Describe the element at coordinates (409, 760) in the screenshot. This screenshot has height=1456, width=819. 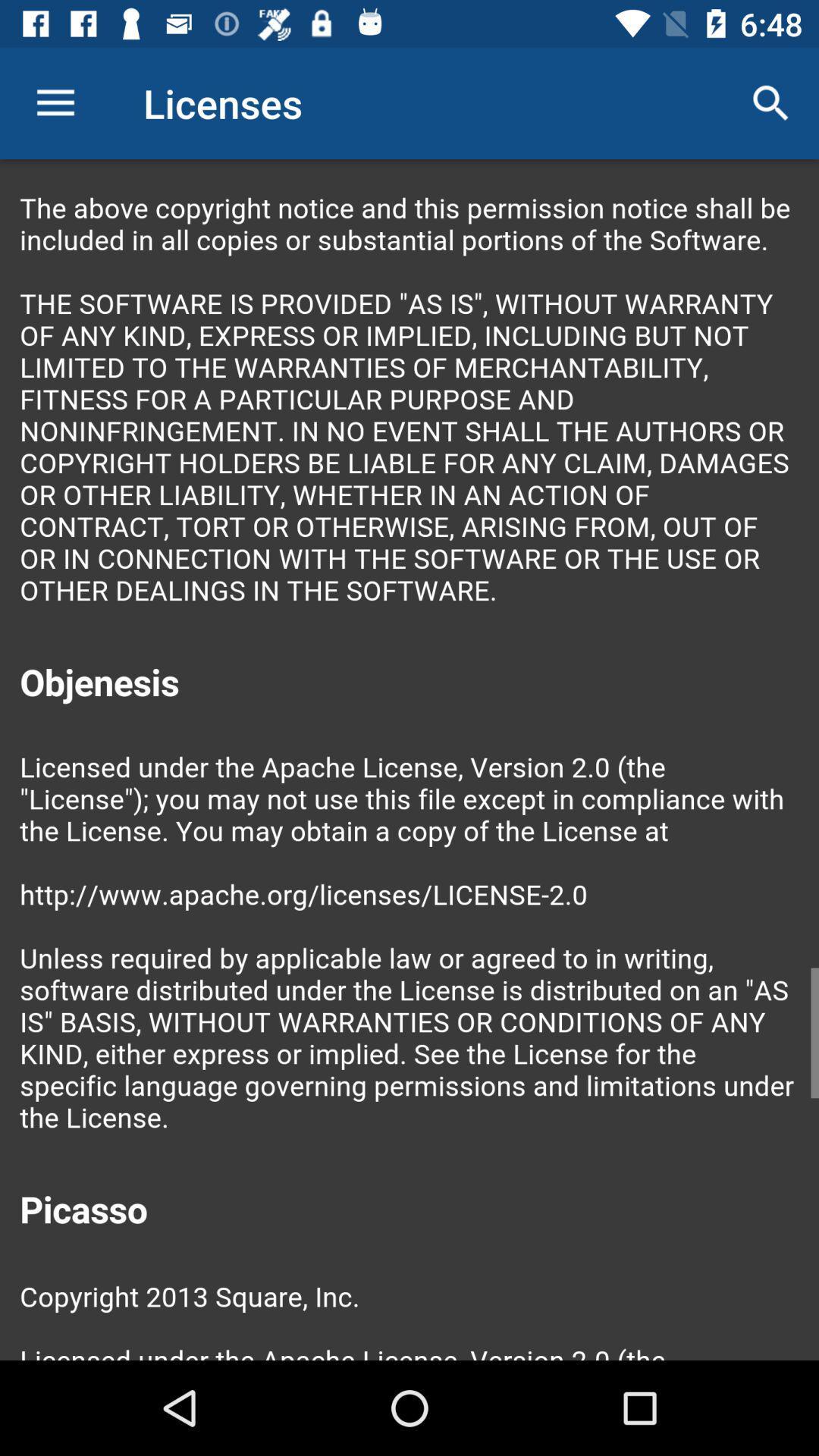
I see `files` at that location.